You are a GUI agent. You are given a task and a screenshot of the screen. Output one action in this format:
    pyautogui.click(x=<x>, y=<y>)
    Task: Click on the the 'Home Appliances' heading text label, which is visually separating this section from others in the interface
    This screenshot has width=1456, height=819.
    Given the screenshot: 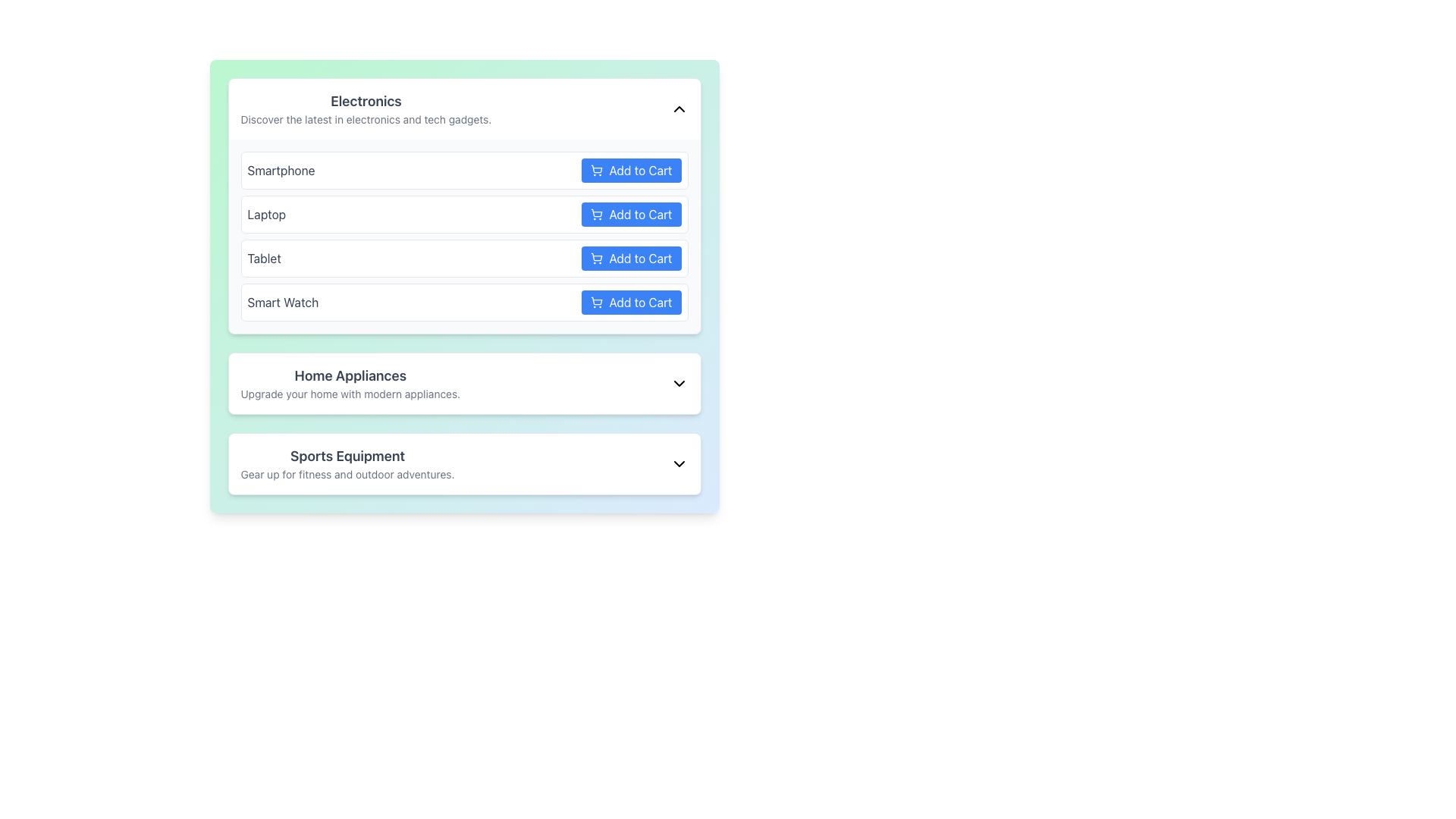 What is the action you would take?
    pyautogui.click(x=350, y=375)
    